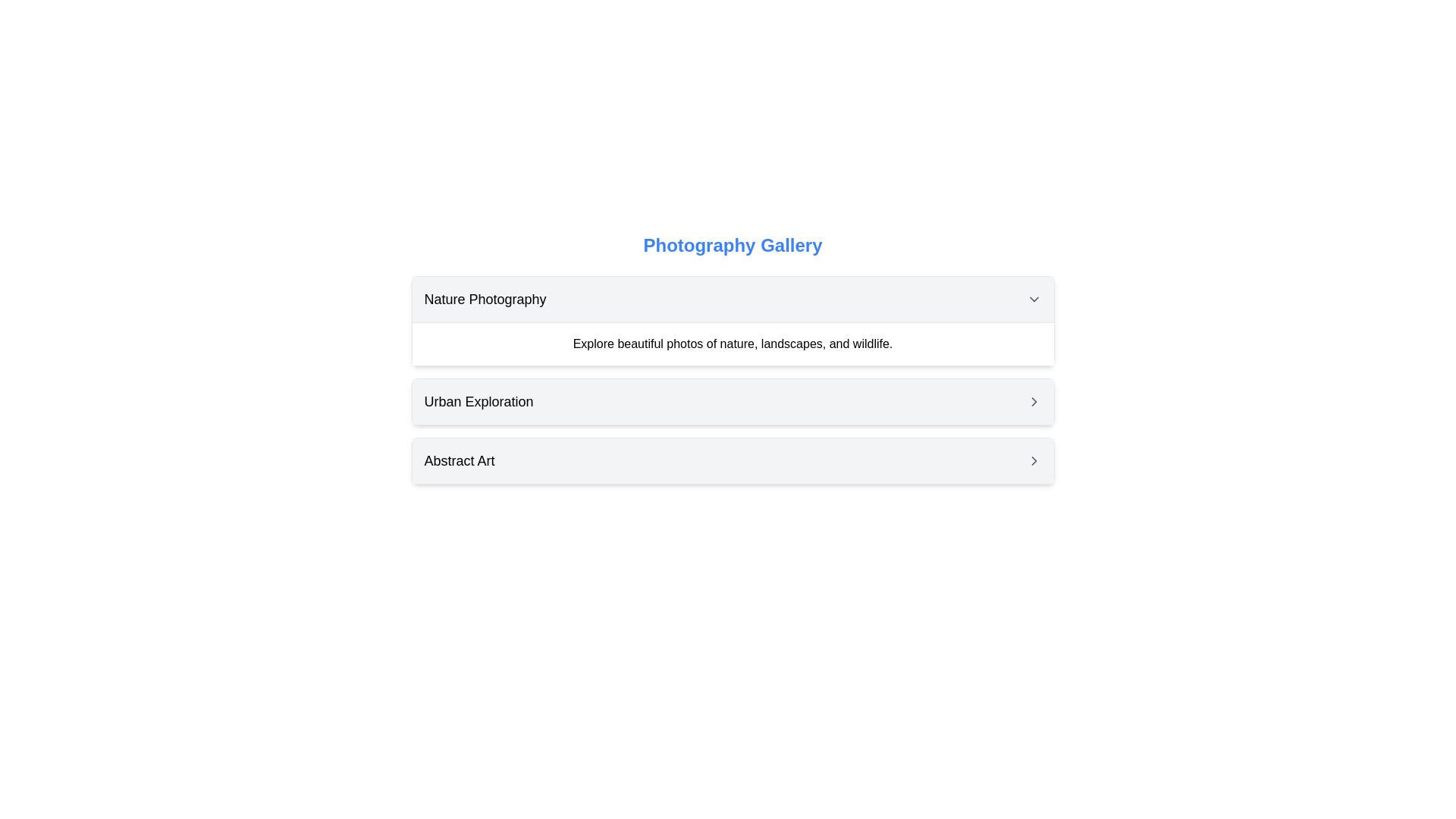 The image size is (1456, 819). What do you see at coordinates (1033, 460) in the screenshot?
I see `the Chevron Icon located at the far right end of the 'Abstract Art' list item` at bounding box center [1033, 460].